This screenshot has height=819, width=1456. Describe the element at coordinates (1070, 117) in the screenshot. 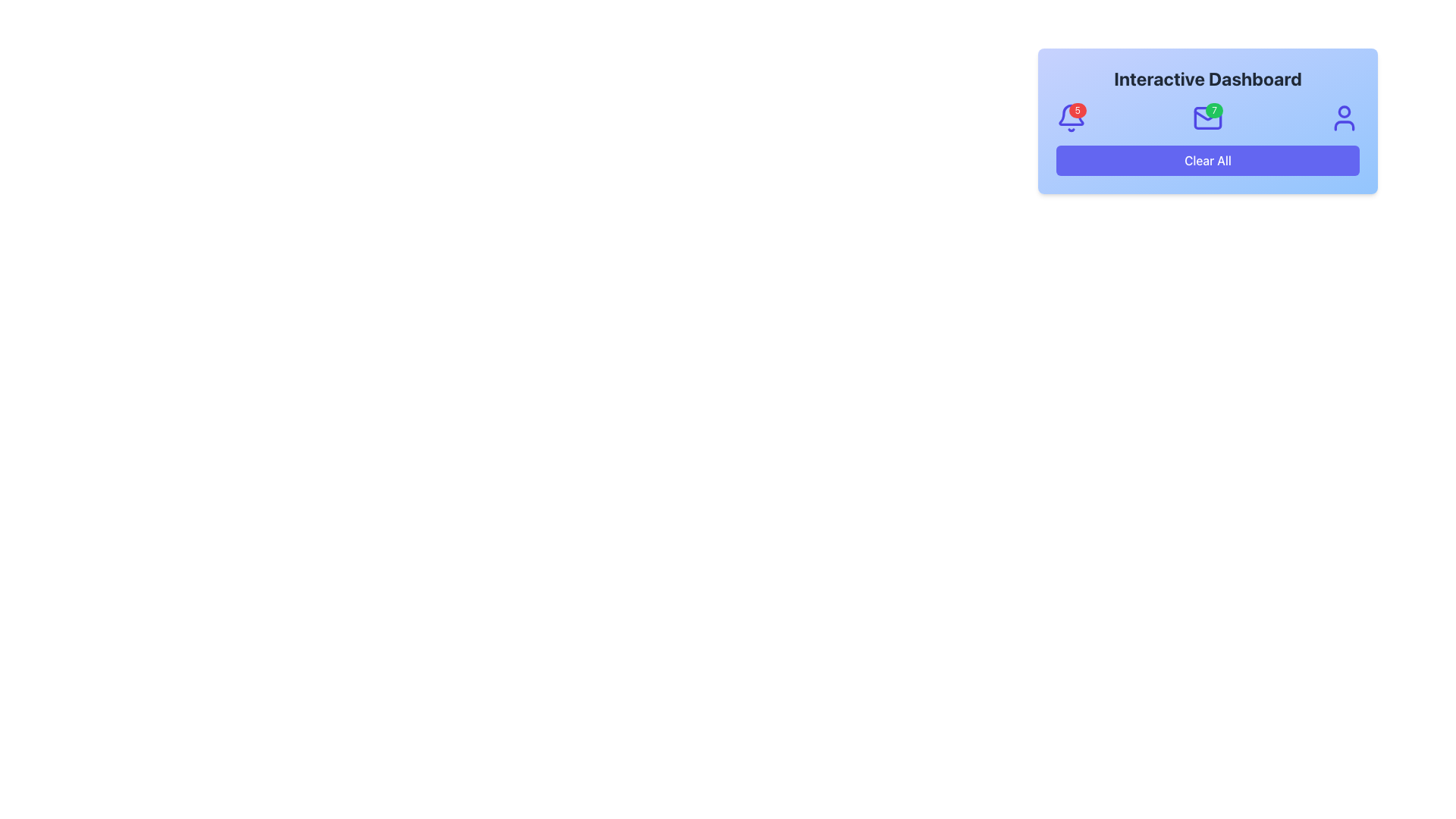

I see `number displayed on the Notification Badge located at the top-right corner of the bell icon in the header section` at that location.